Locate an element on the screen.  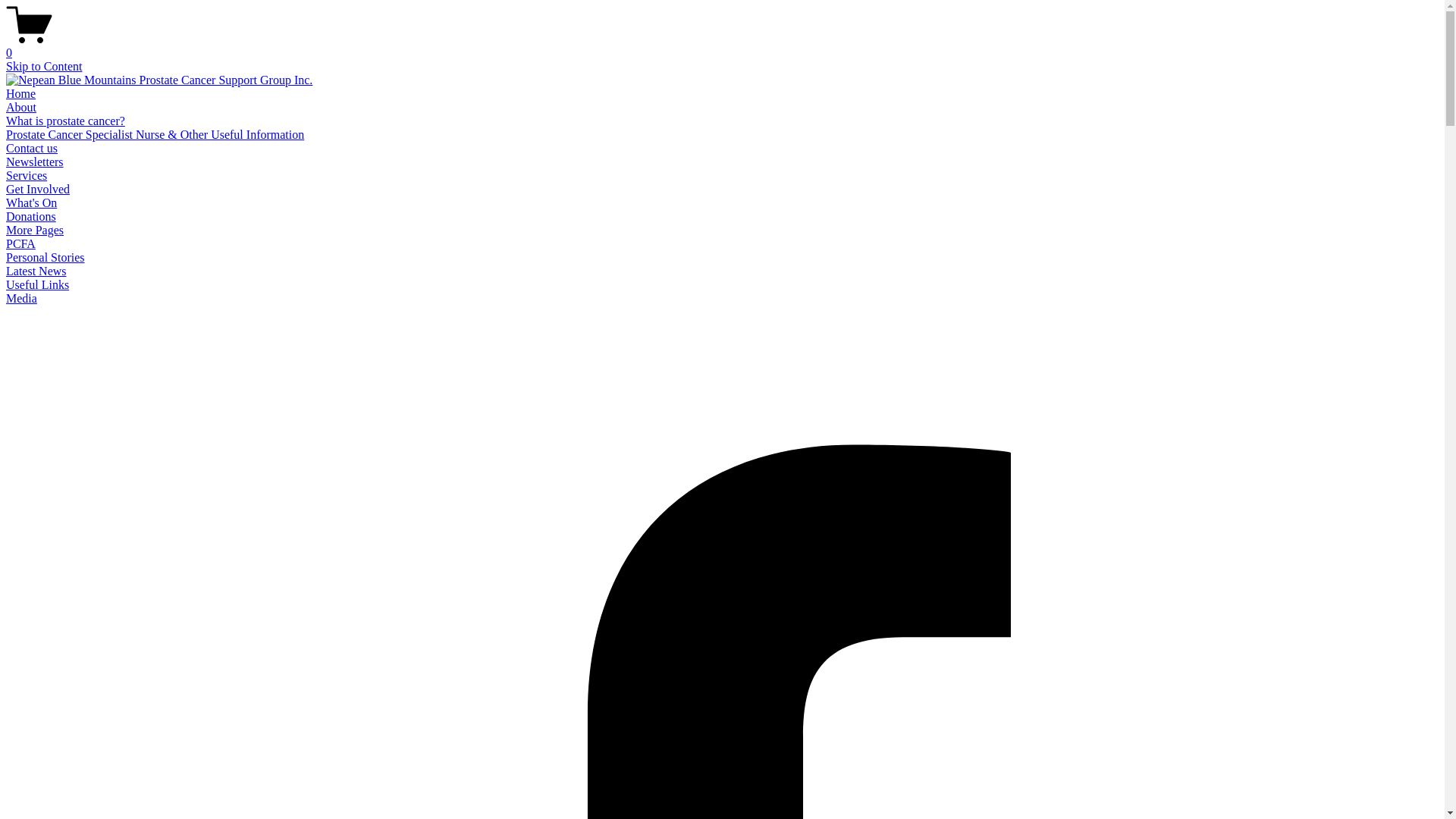
'PCFA' is located at coordinates (20, 243).